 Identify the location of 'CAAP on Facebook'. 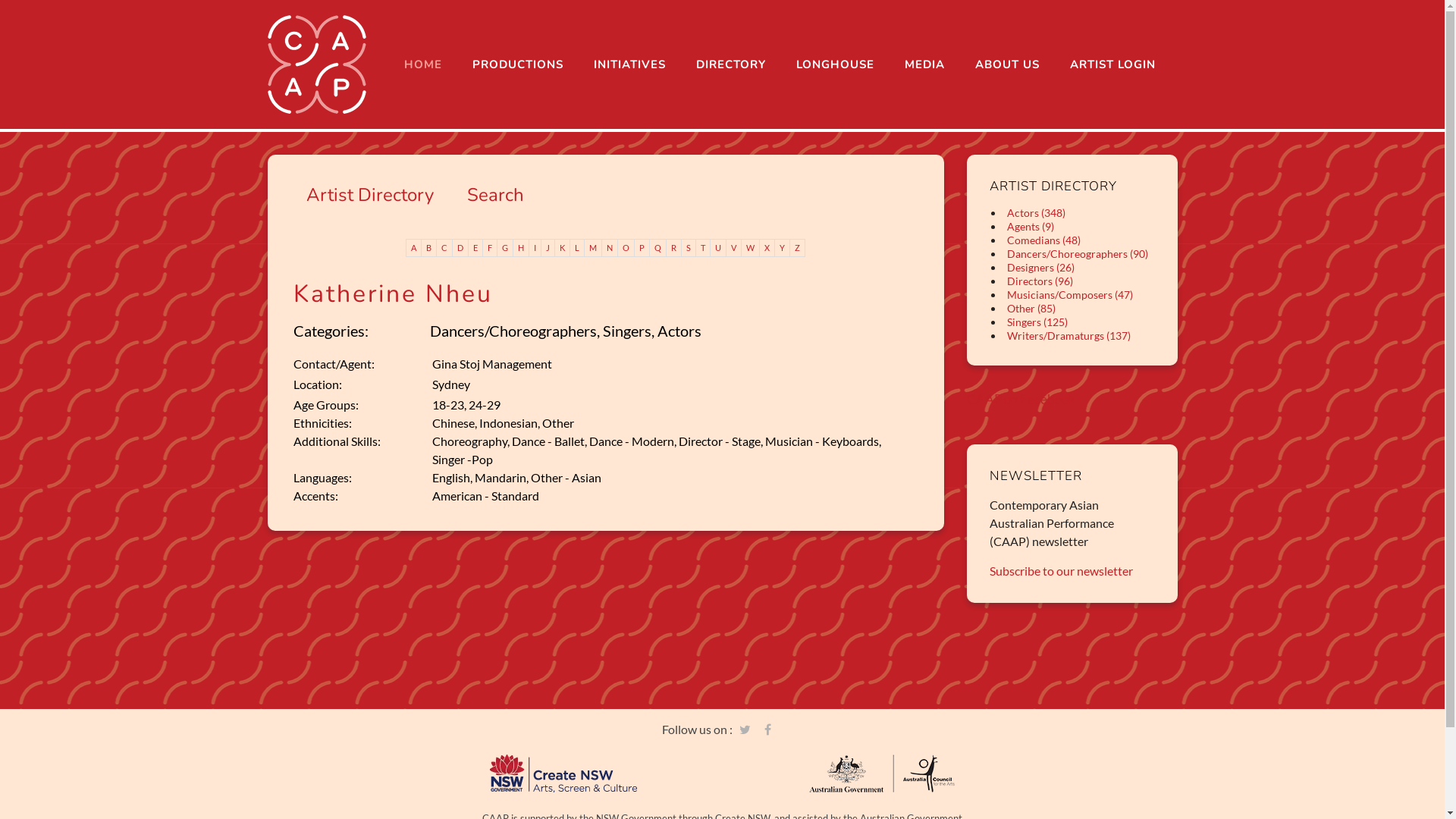
(1021, 398).